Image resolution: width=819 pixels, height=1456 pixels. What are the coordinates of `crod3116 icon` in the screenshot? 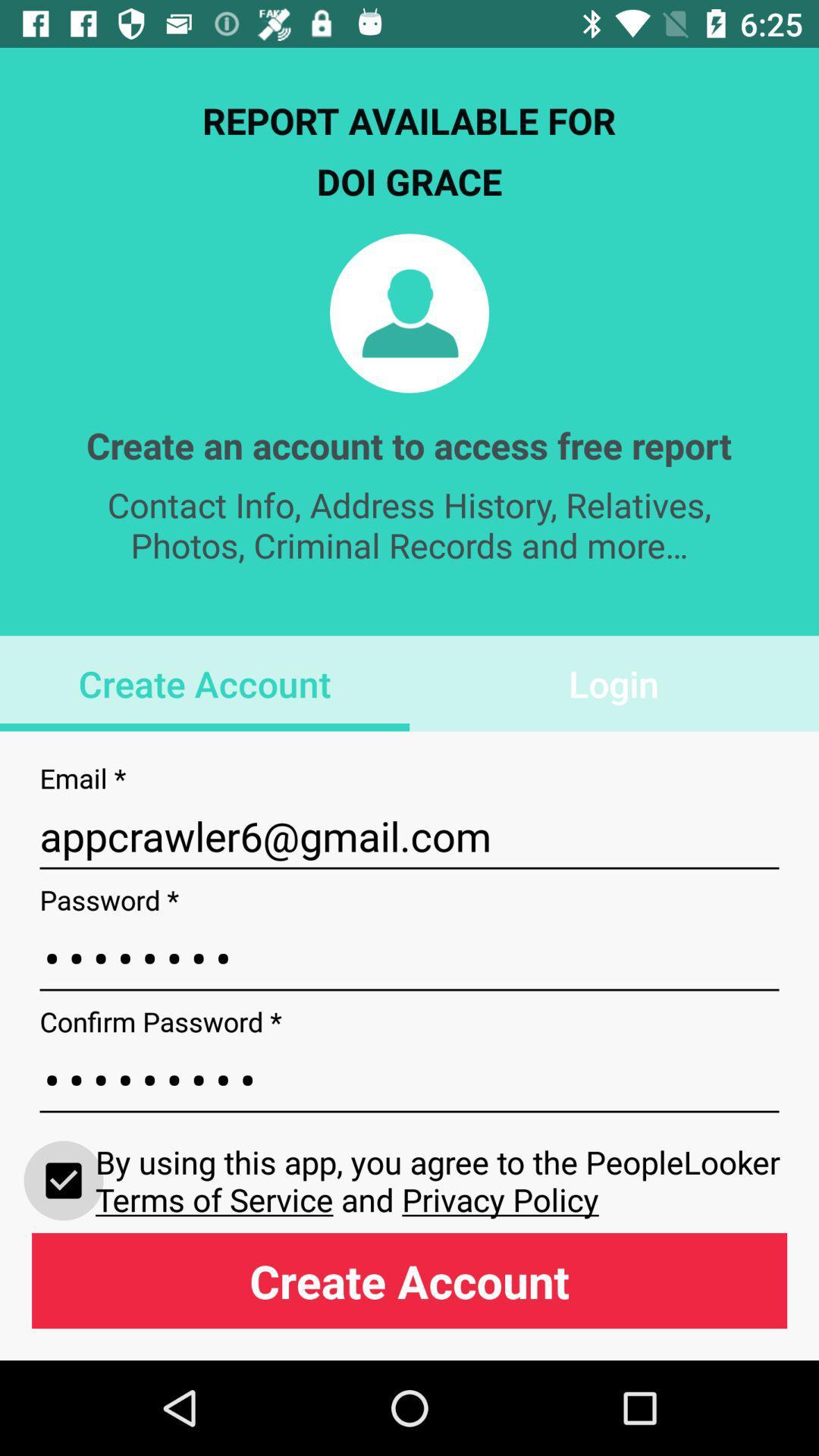 It's located at (409, 957).